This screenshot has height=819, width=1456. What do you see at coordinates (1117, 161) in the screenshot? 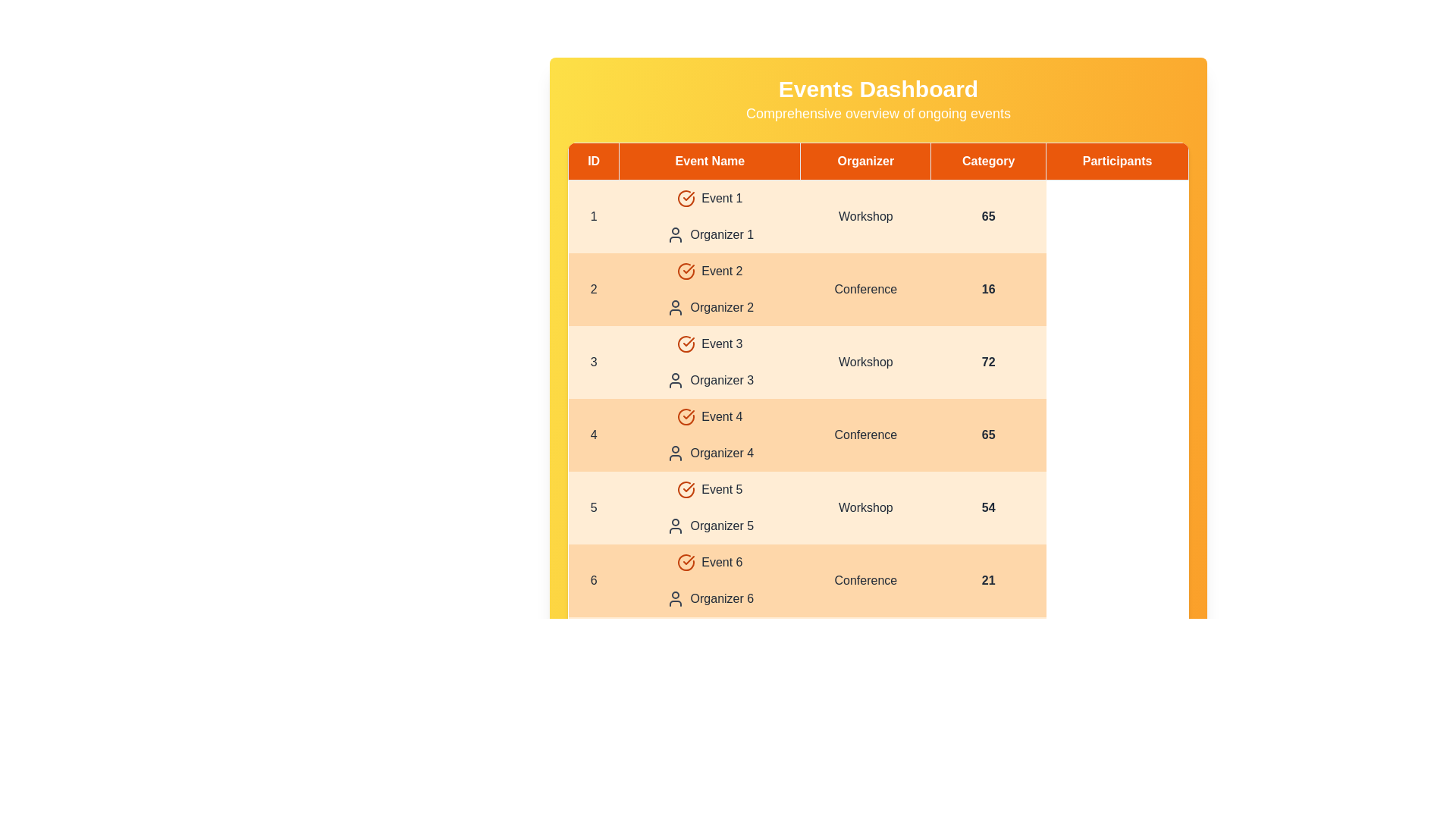
I see `the column header Participants to sort the table by that column` at bounding box center [1117, 161].